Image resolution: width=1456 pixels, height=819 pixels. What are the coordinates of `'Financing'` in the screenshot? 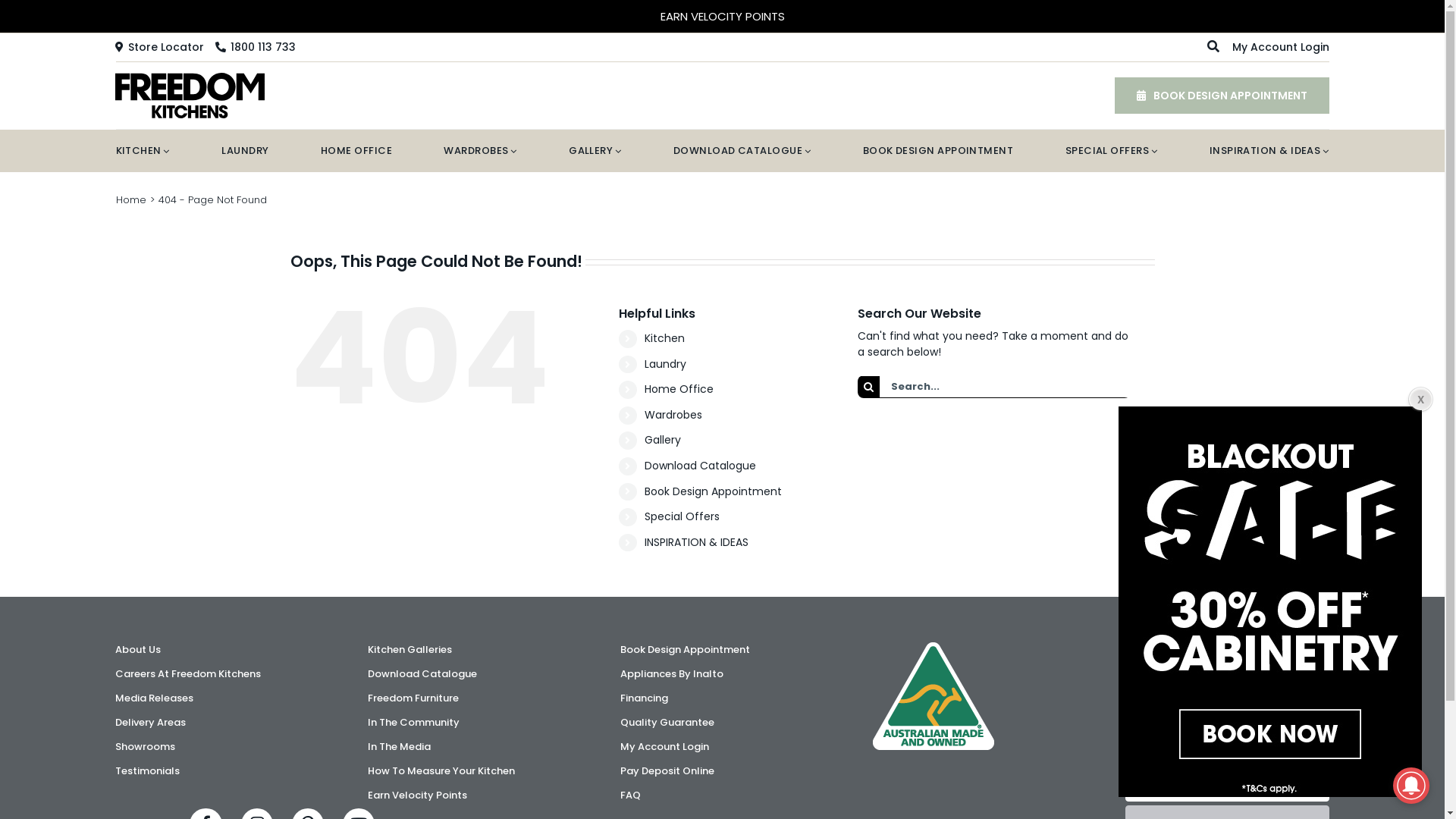 It's located at (620, 698).